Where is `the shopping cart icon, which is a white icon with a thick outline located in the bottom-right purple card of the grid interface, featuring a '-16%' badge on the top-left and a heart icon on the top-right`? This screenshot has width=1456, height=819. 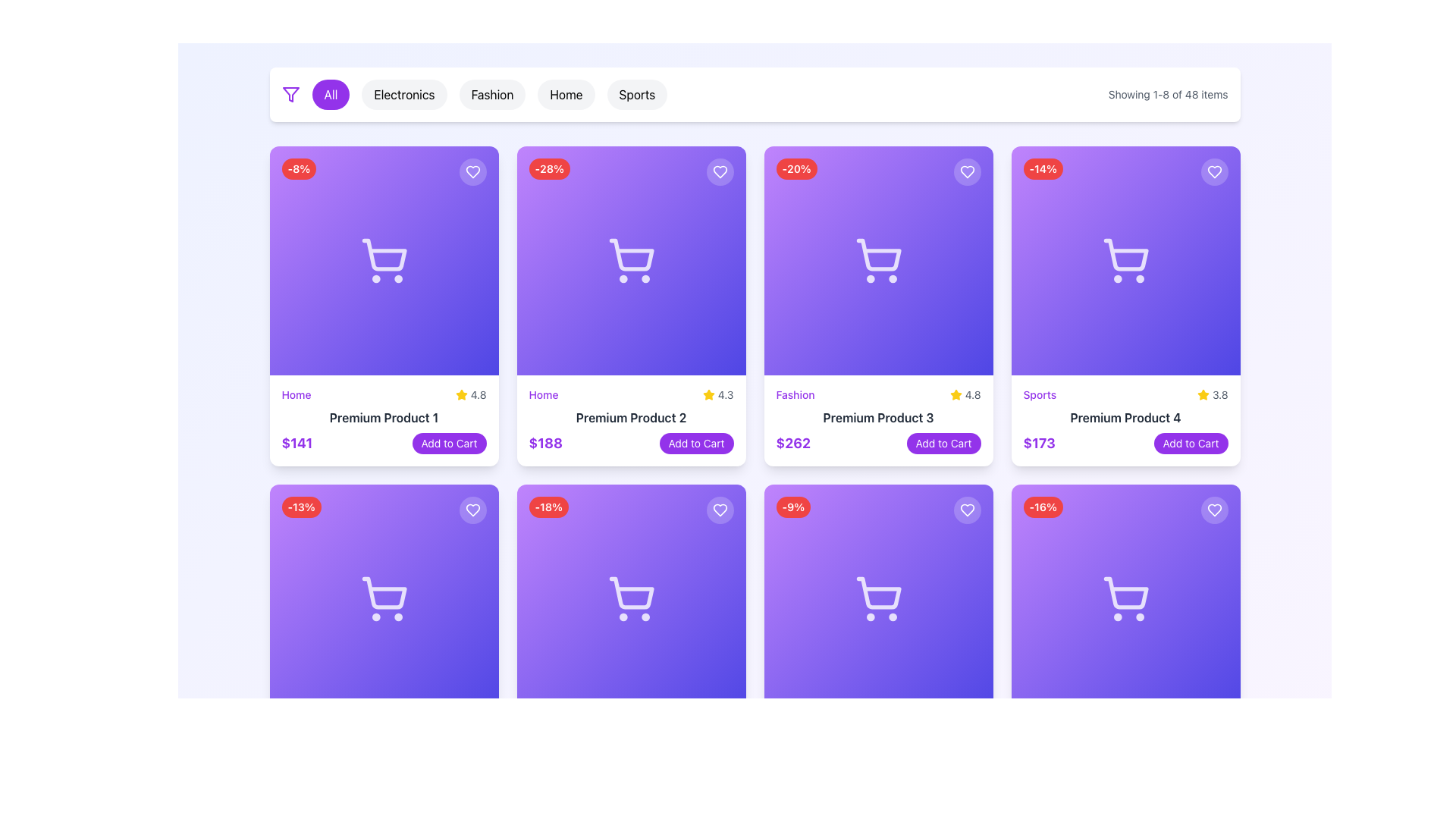
the shopping cart icon, which is a white icon with a thick outline located in the bottom-right purple card of the grid interface, featuring a '-16%' badge on the top-left and a heart icon on the top-right is located at coordinates (1125, 598).